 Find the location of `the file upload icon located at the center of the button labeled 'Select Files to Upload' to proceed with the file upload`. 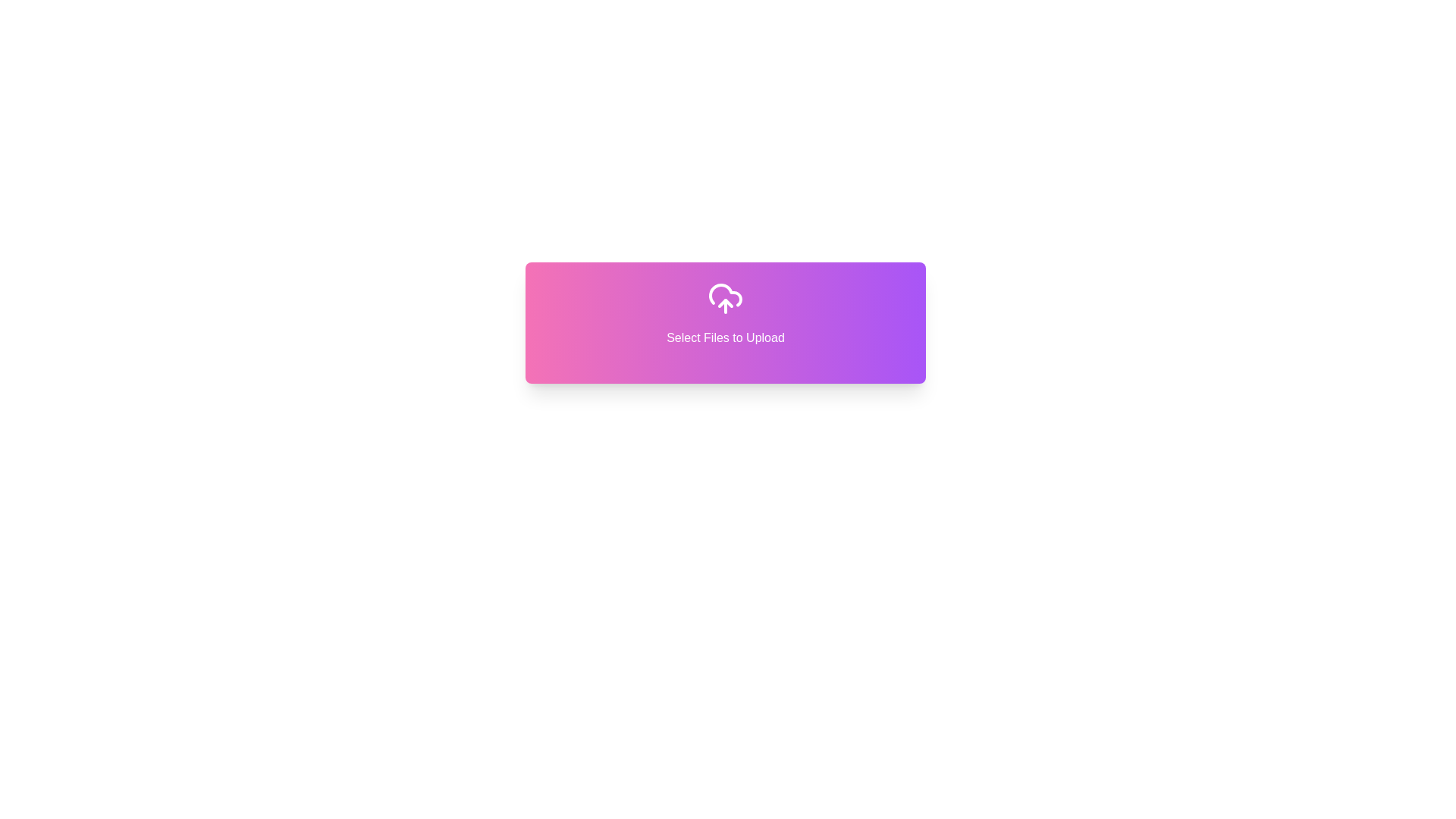

the file upload icon located at the center of the button labeled 'Select Files to Upload' to proceed with the file upload is located at coordinates (724, 298).